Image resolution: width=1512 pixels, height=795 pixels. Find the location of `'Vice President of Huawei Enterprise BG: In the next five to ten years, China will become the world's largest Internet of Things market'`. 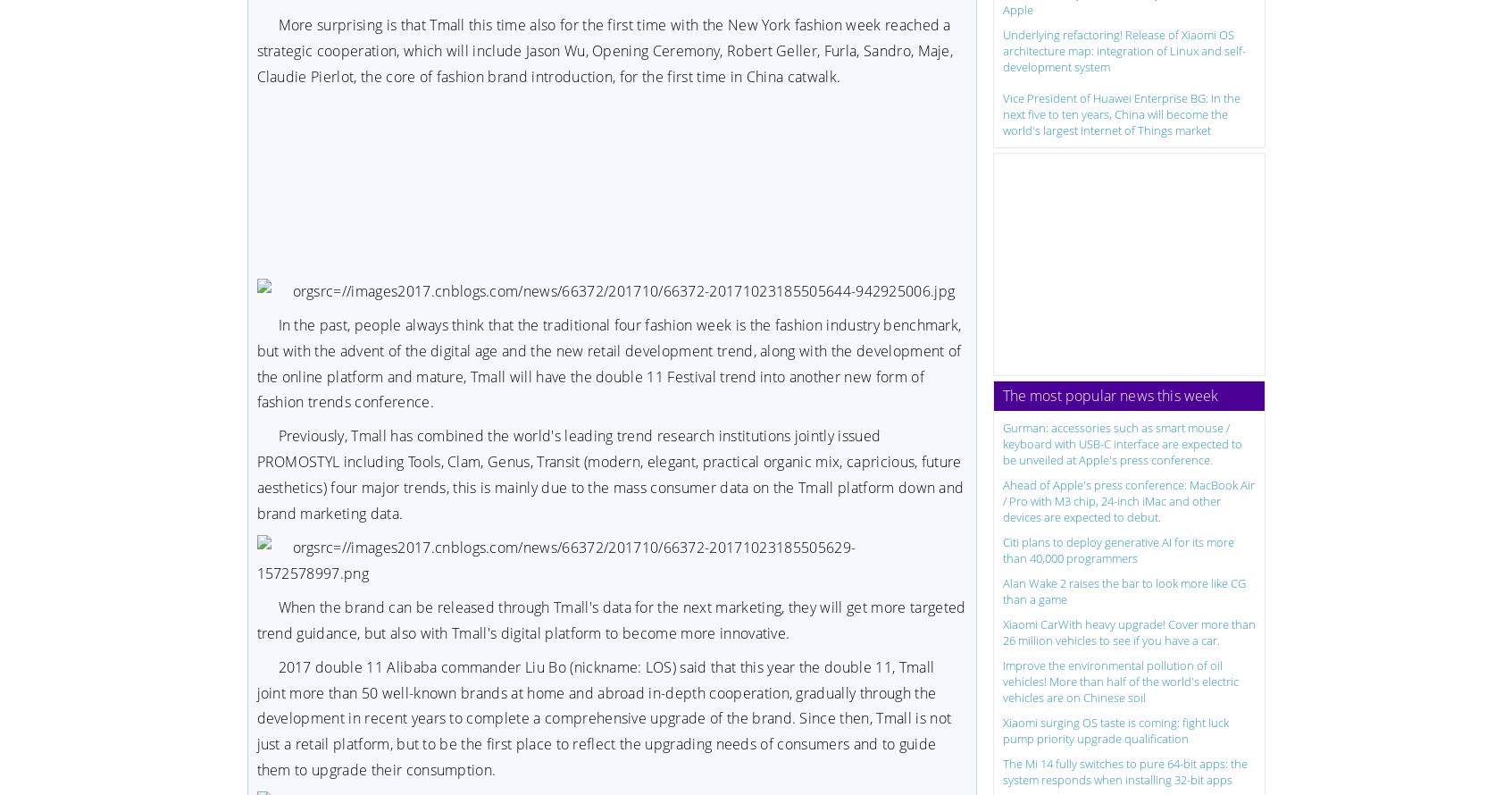

'Vice President of Huawei Enterprise BG: In the next five to ten years, China will become the world's largest Internet of Things market' is located at coordinates (1121, 113).